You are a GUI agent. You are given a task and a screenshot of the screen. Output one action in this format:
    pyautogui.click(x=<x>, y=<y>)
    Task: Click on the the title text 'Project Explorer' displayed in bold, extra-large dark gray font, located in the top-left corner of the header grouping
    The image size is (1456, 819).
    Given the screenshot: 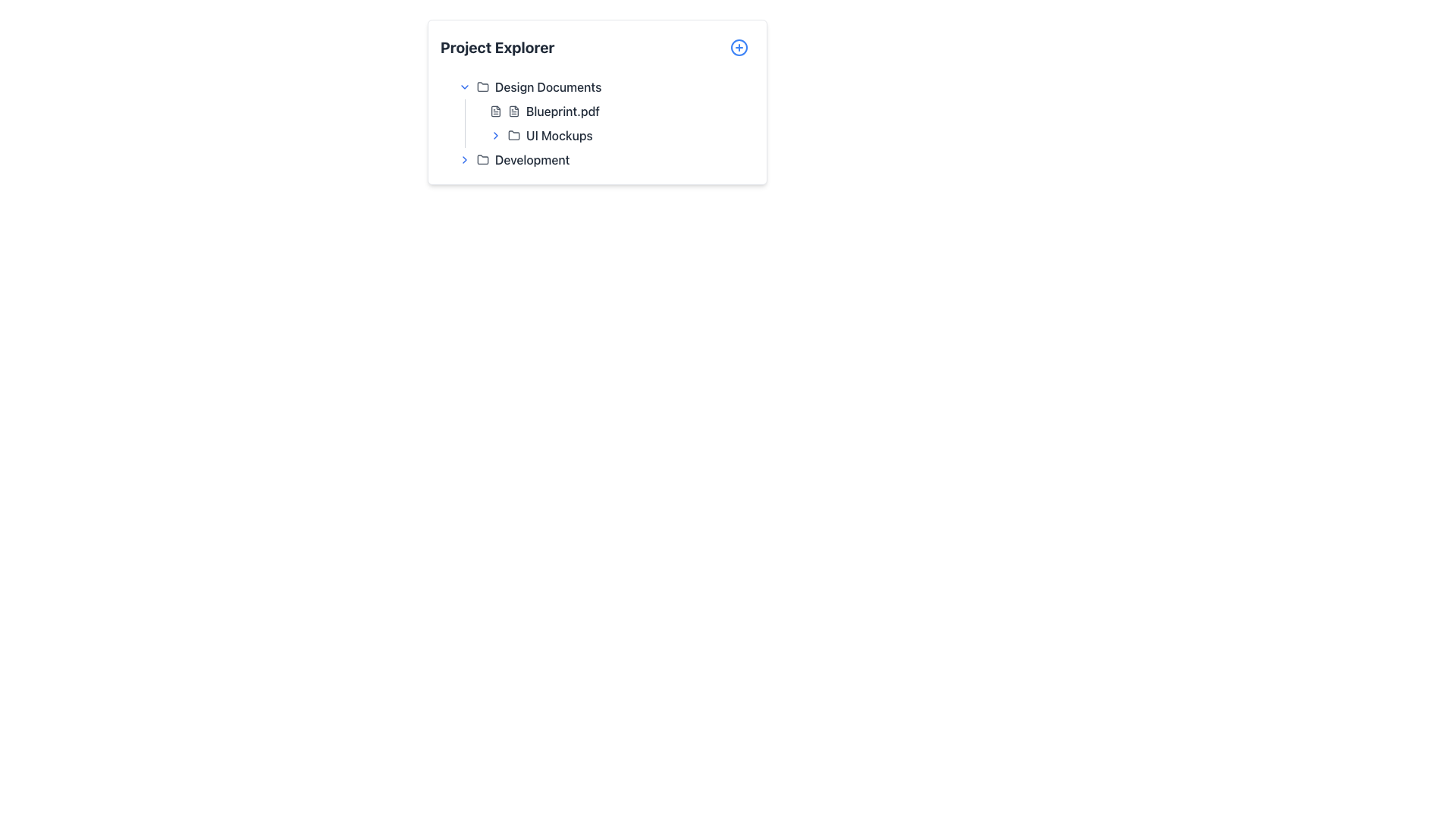 What is the action you would take?
    pyautogui.click(x=497, y=46)
    